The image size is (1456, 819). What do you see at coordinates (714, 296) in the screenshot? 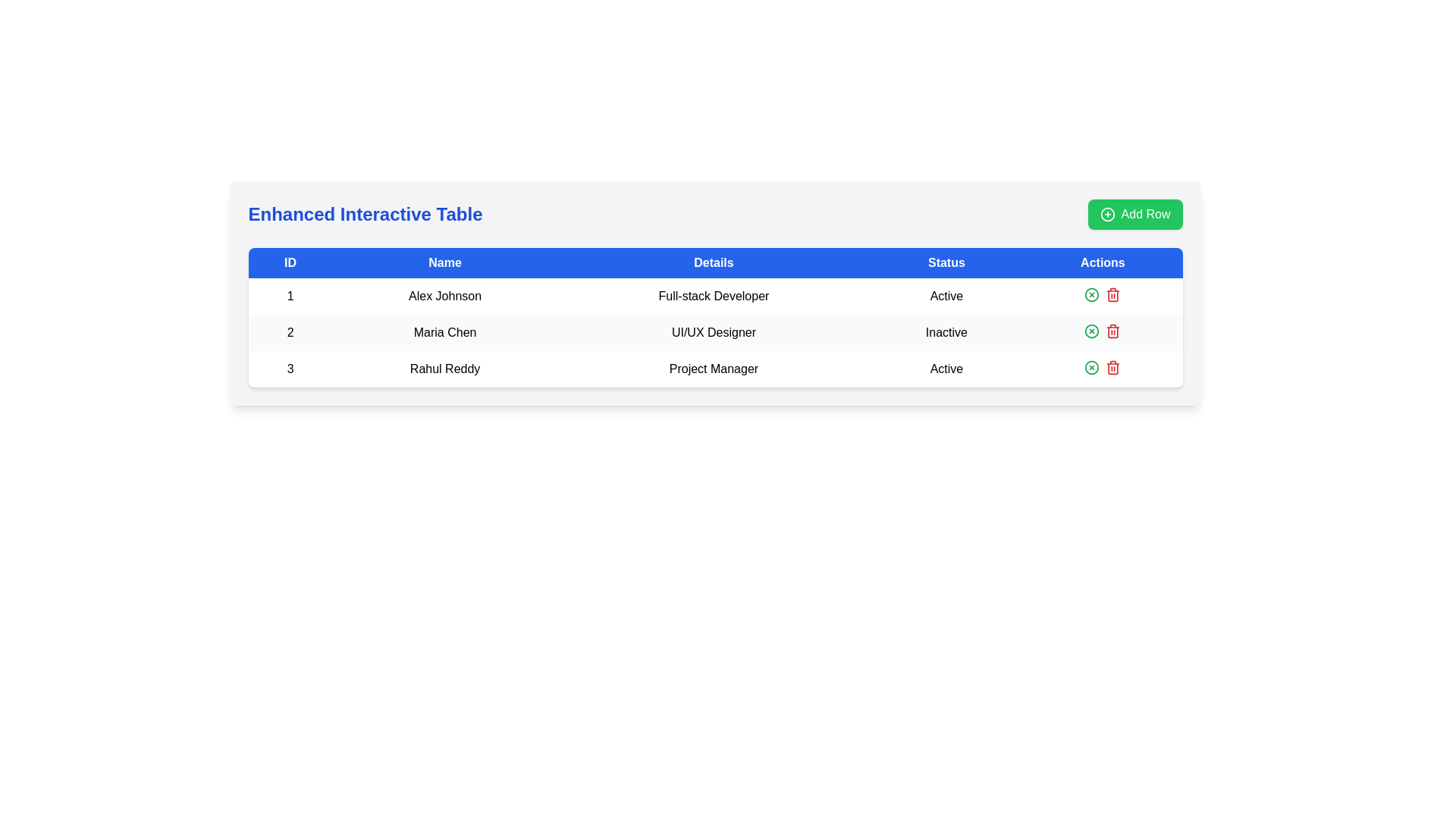
I see `the first row of the table displaying details about an individual, which contains ID, name, profession, status, and action icons` at bounding box center [714, 296].